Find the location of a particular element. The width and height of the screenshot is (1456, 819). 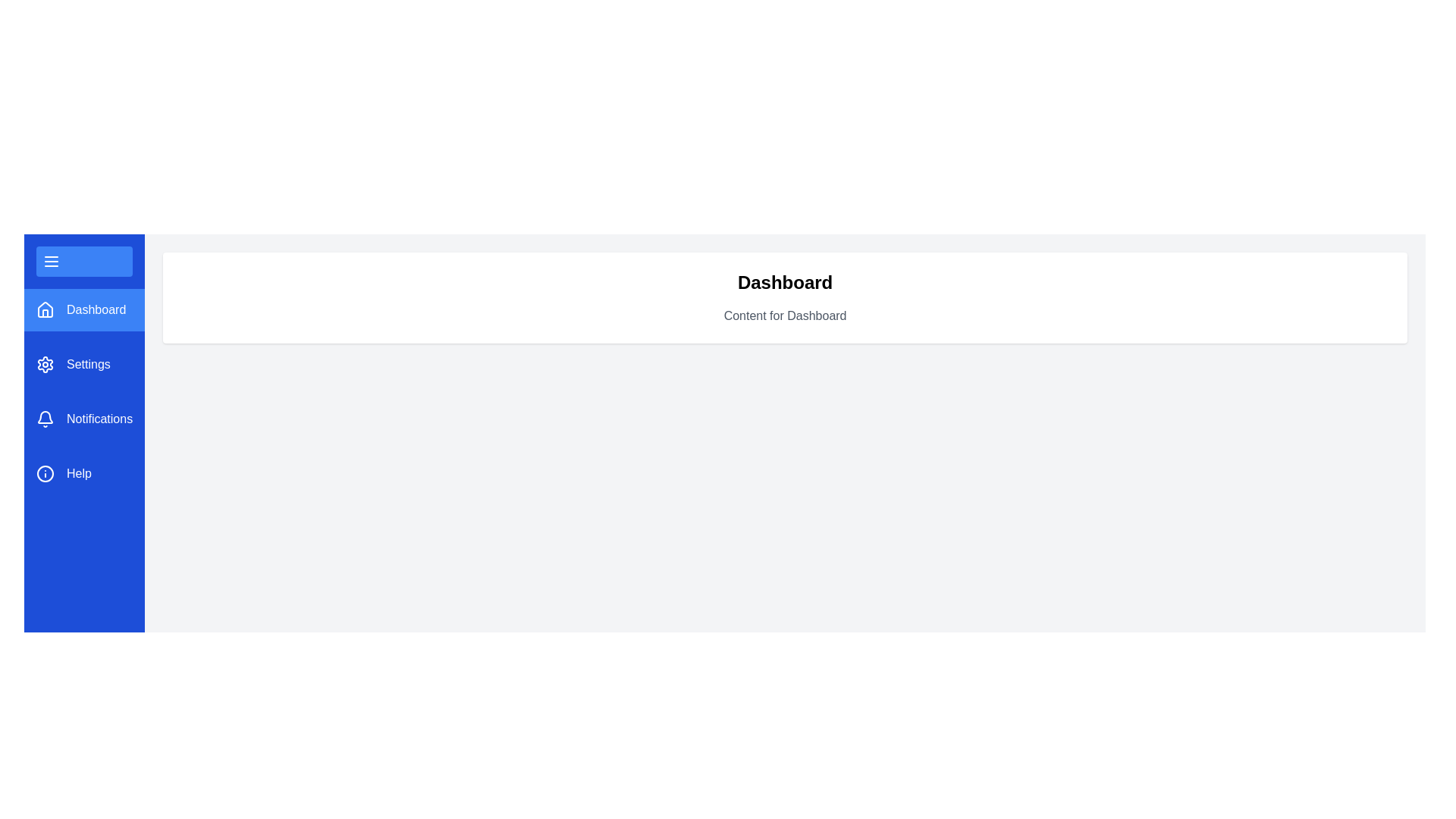

the text label that provides a secondary description related to the 'Dashboard' section, which is located within a white card below the heading 'Dashboard' is located at coordinates (785, 315).